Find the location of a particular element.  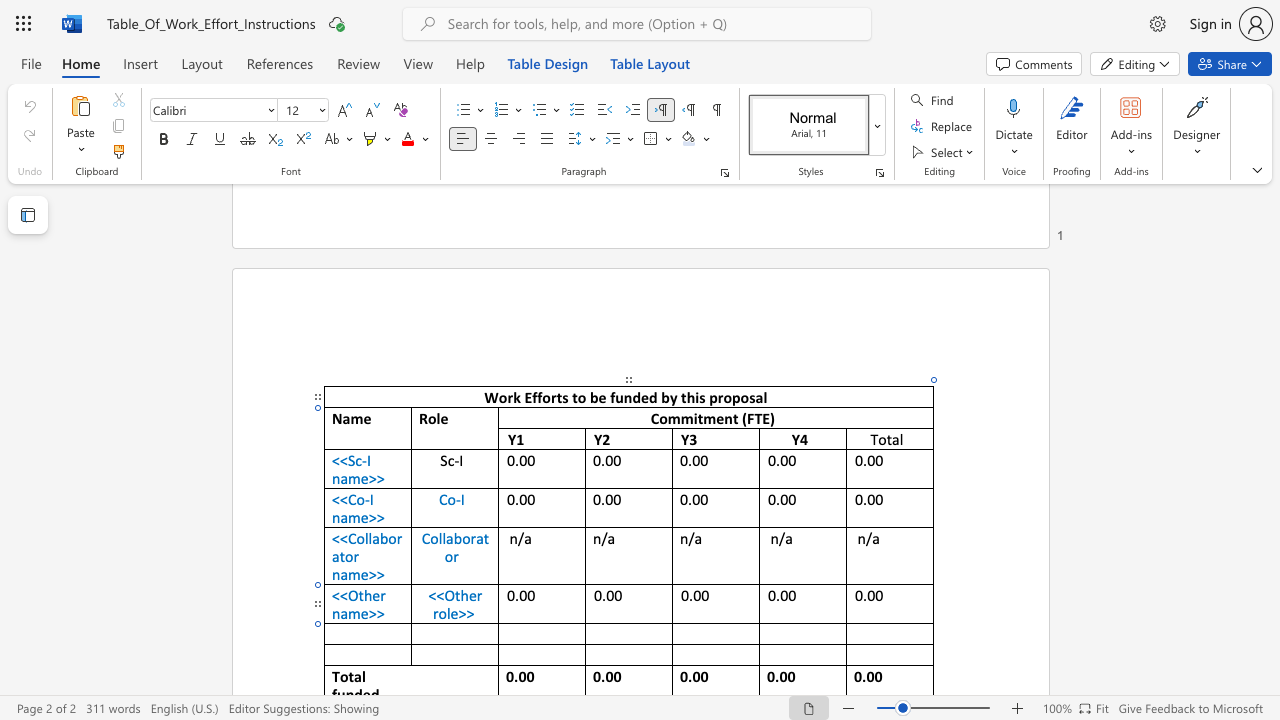

the space between the continuous character "t" and "h" in the text is located at coordinates (460, 594).